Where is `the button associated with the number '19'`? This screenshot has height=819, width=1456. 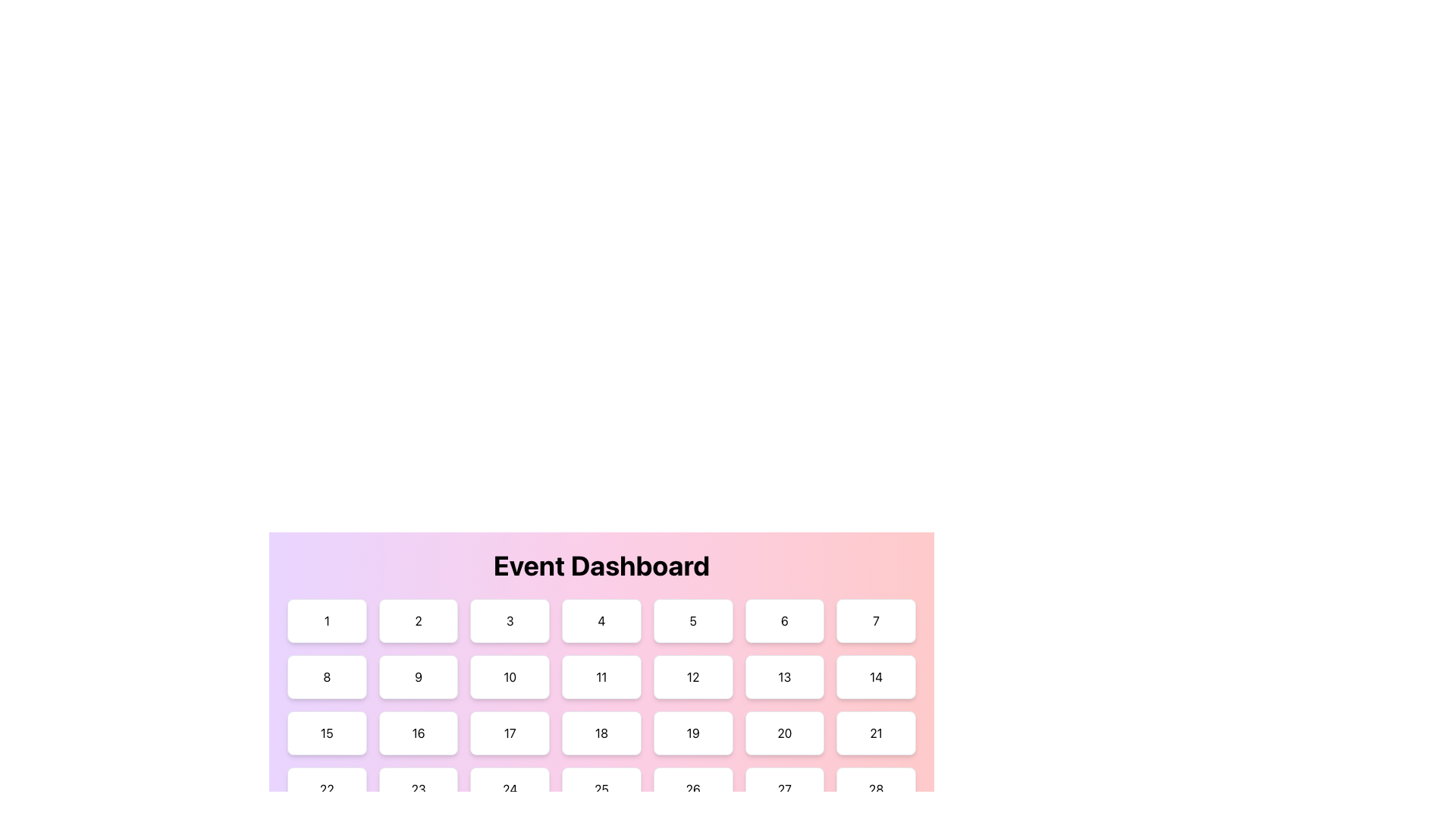 the button associated with the number '19' is located at coordinates (692, 733).